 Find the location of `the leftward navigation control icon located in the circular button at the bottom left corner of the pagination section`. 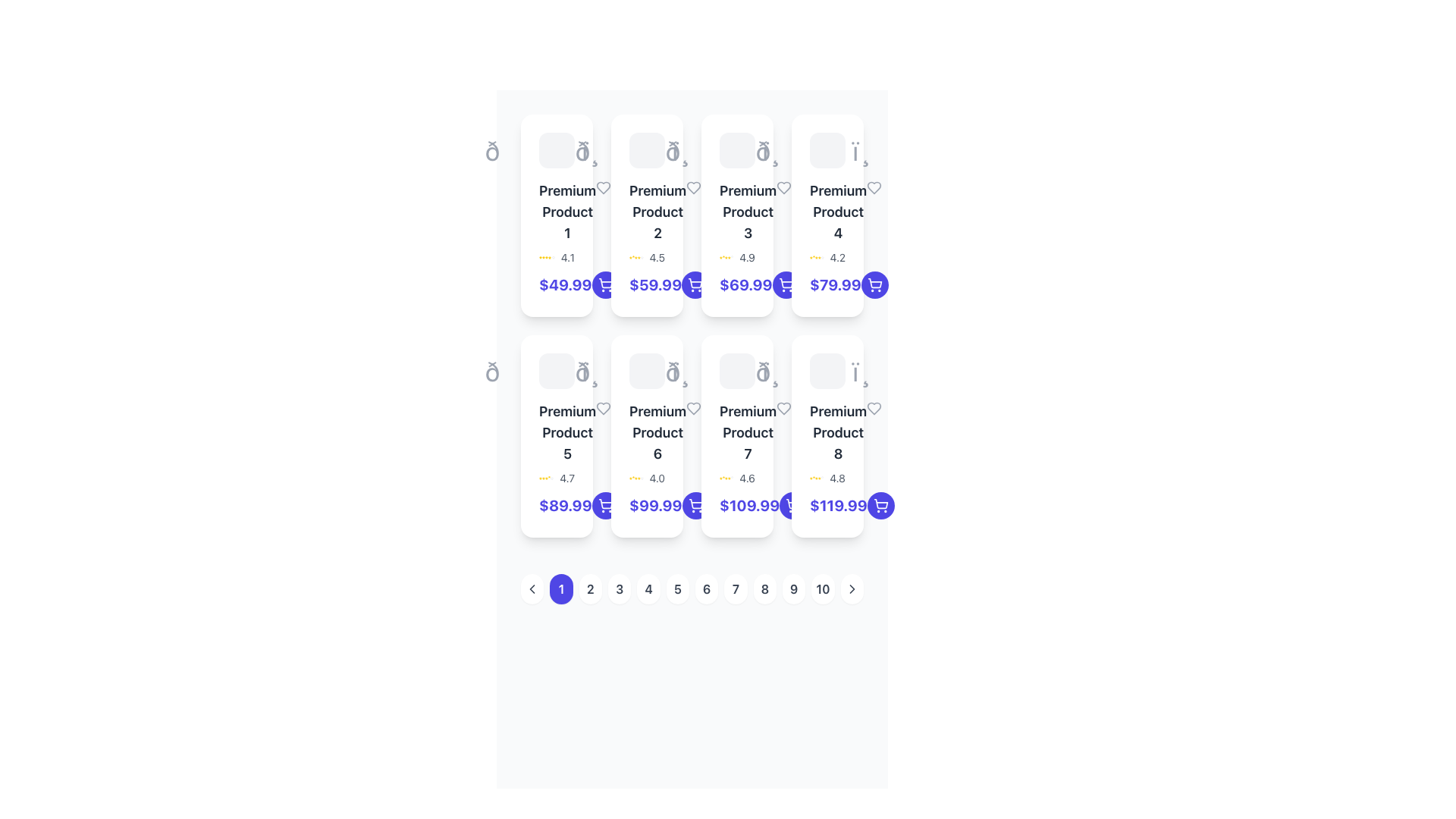

the leftward navigation control icon located in the circular button at the bottom left corner of the pagination section is located at coordinates (532, 588).